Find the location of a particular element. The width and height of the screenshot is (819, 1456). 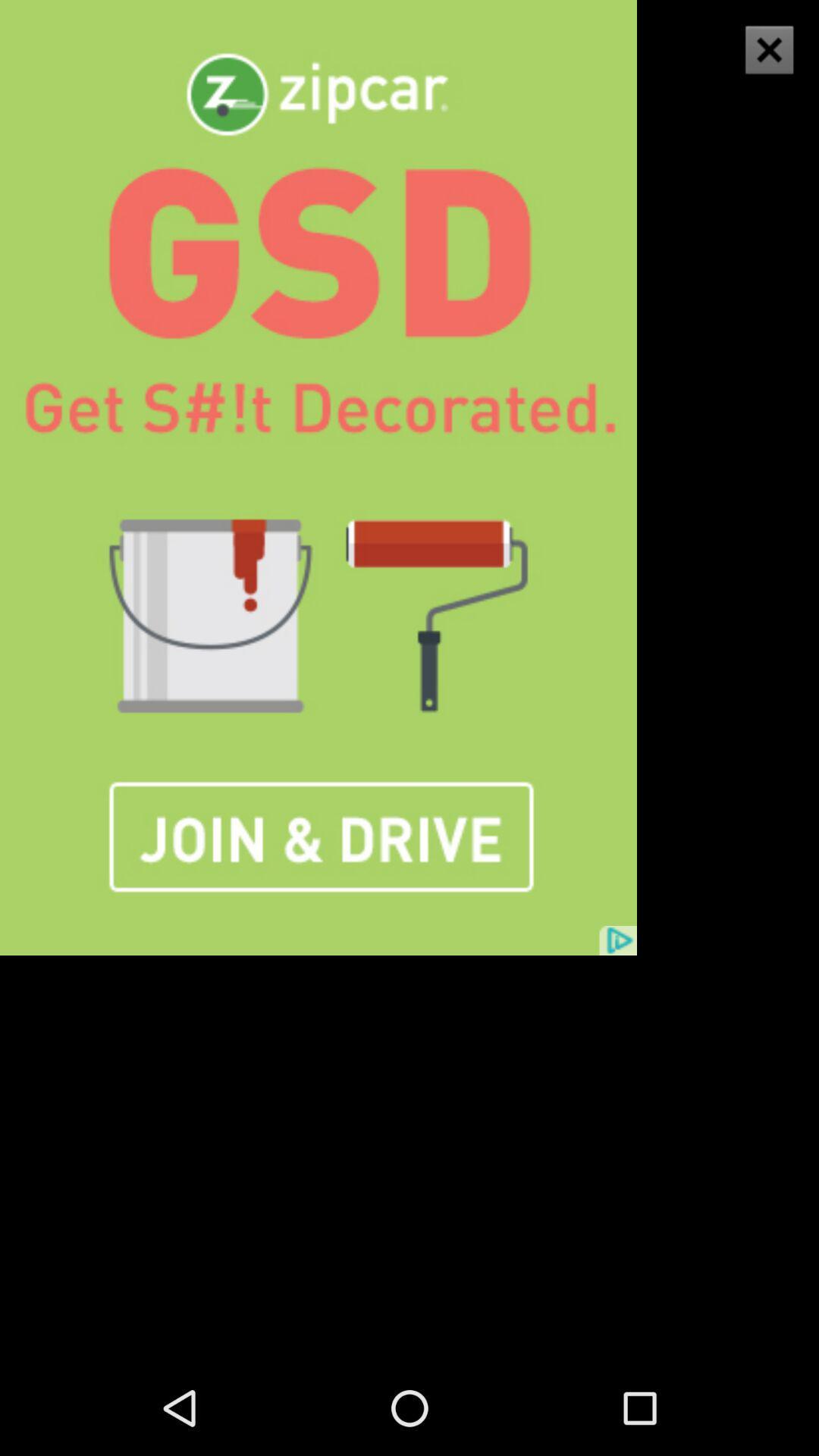

the close icon is located at coordinates (769, 53).